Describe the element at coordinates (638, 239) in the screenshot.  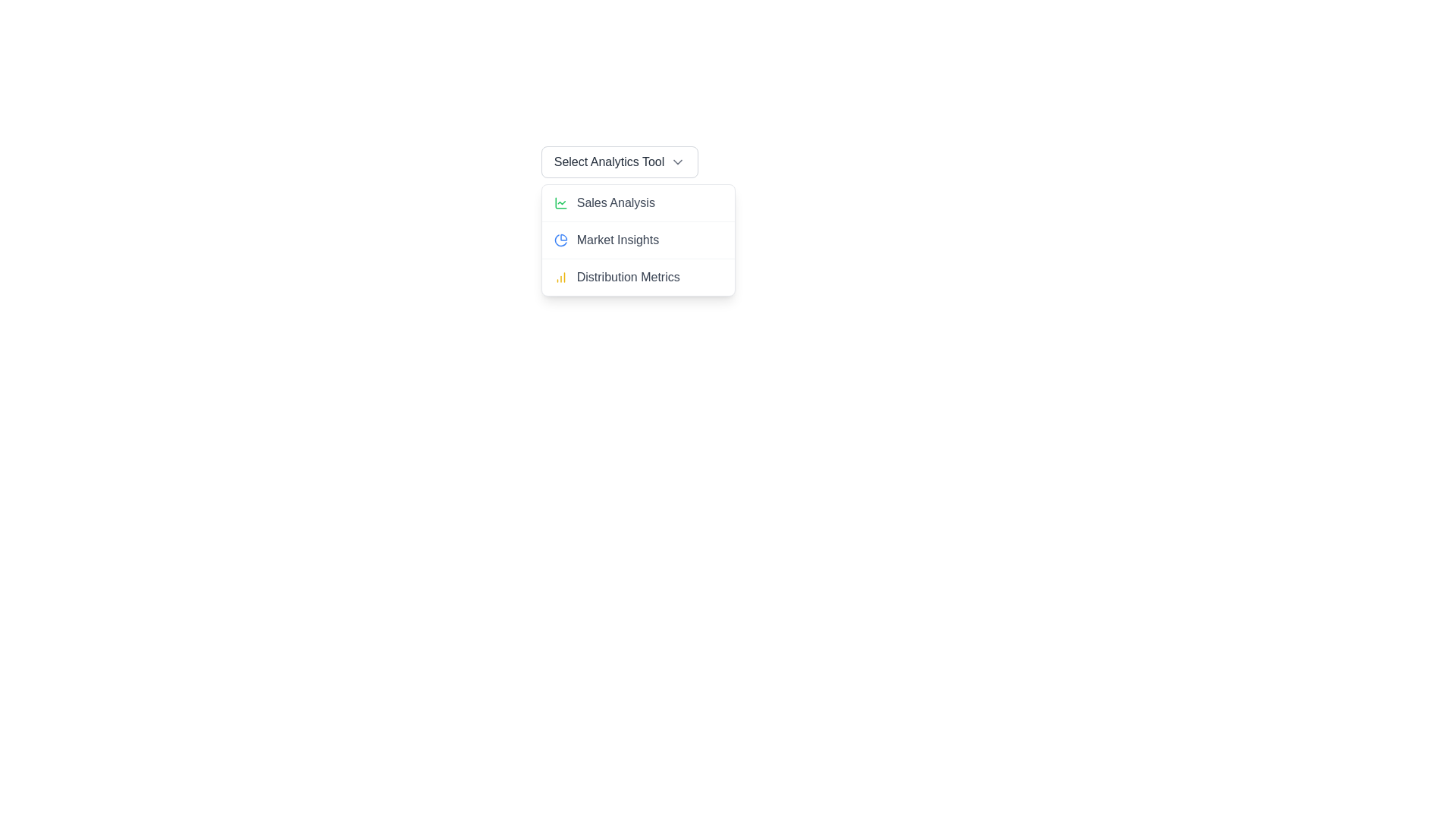
I see `the 'Market Insights' dropdown option, which is the second item in a vertical dropdown menu located below 'Sales Analysis' and above 'Distribution Metrics'` at that location.